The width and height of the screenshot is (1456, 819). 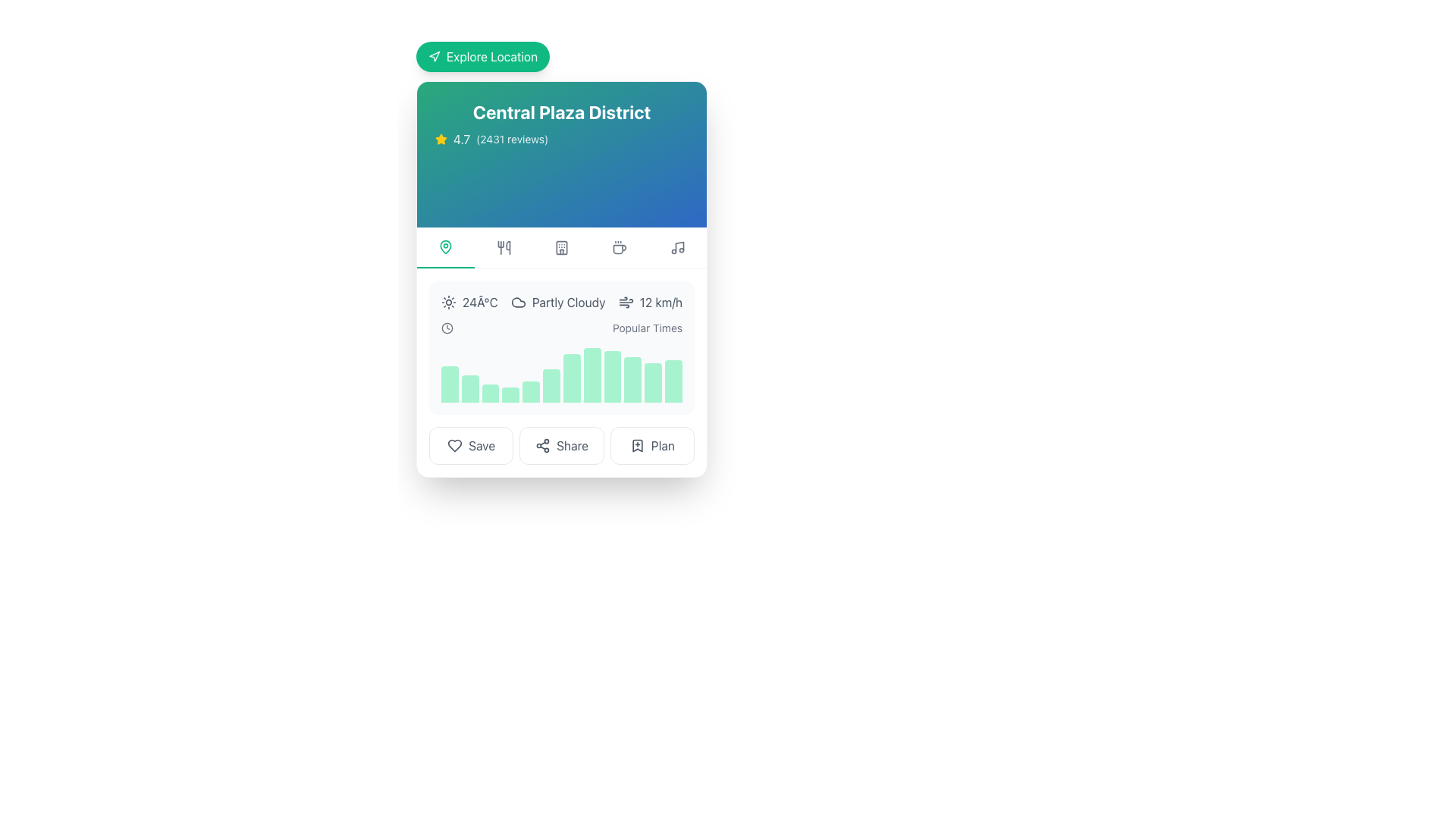 I want to click on the icon resembling three connected circles in a triangular arrangement located inside the 'Share' button, so click(x=542, y=444).